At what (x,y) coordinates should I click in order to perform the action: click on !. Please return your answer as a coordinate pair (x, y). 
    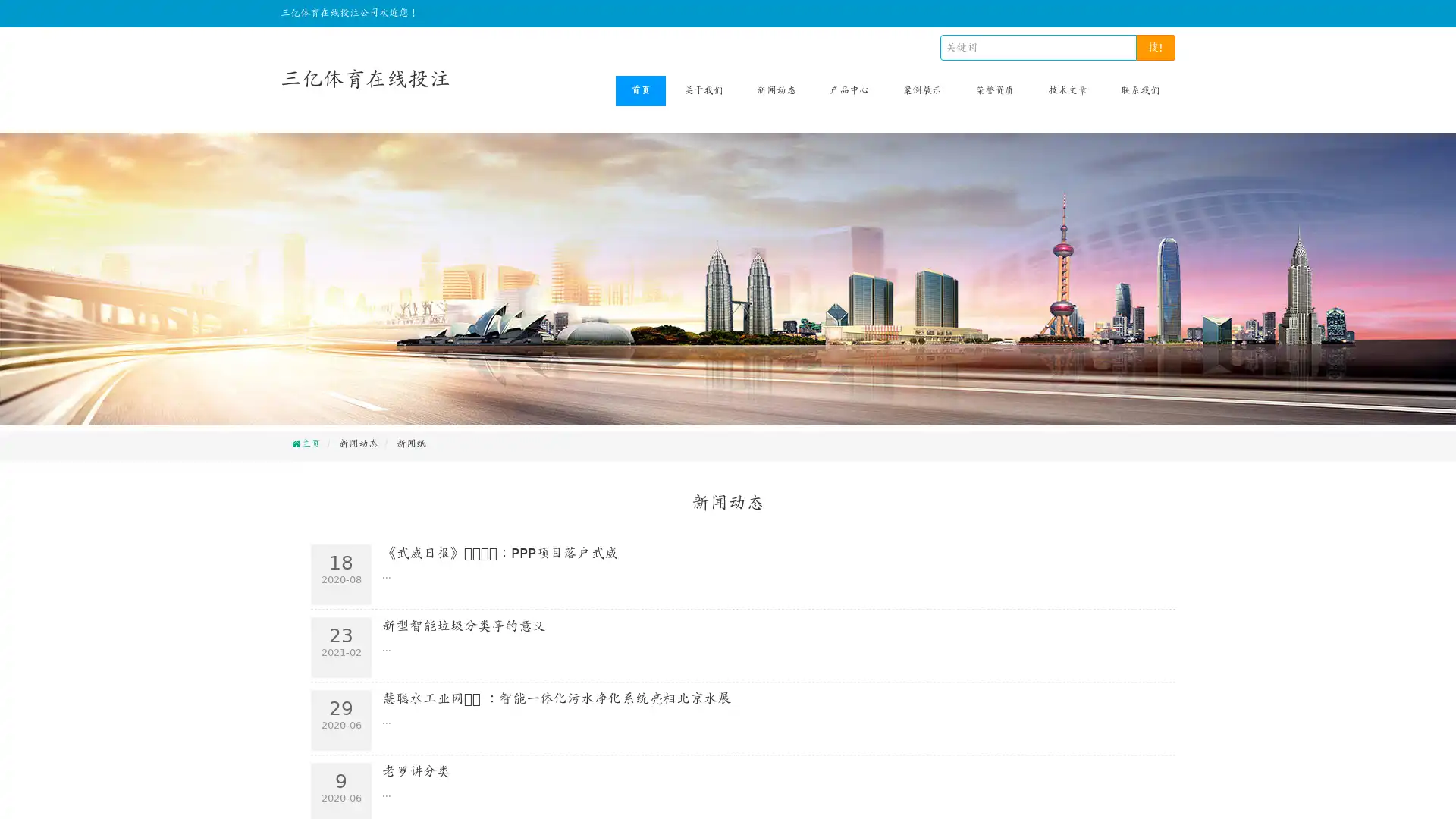
    Looking at the image, I should click on (1155, 46).